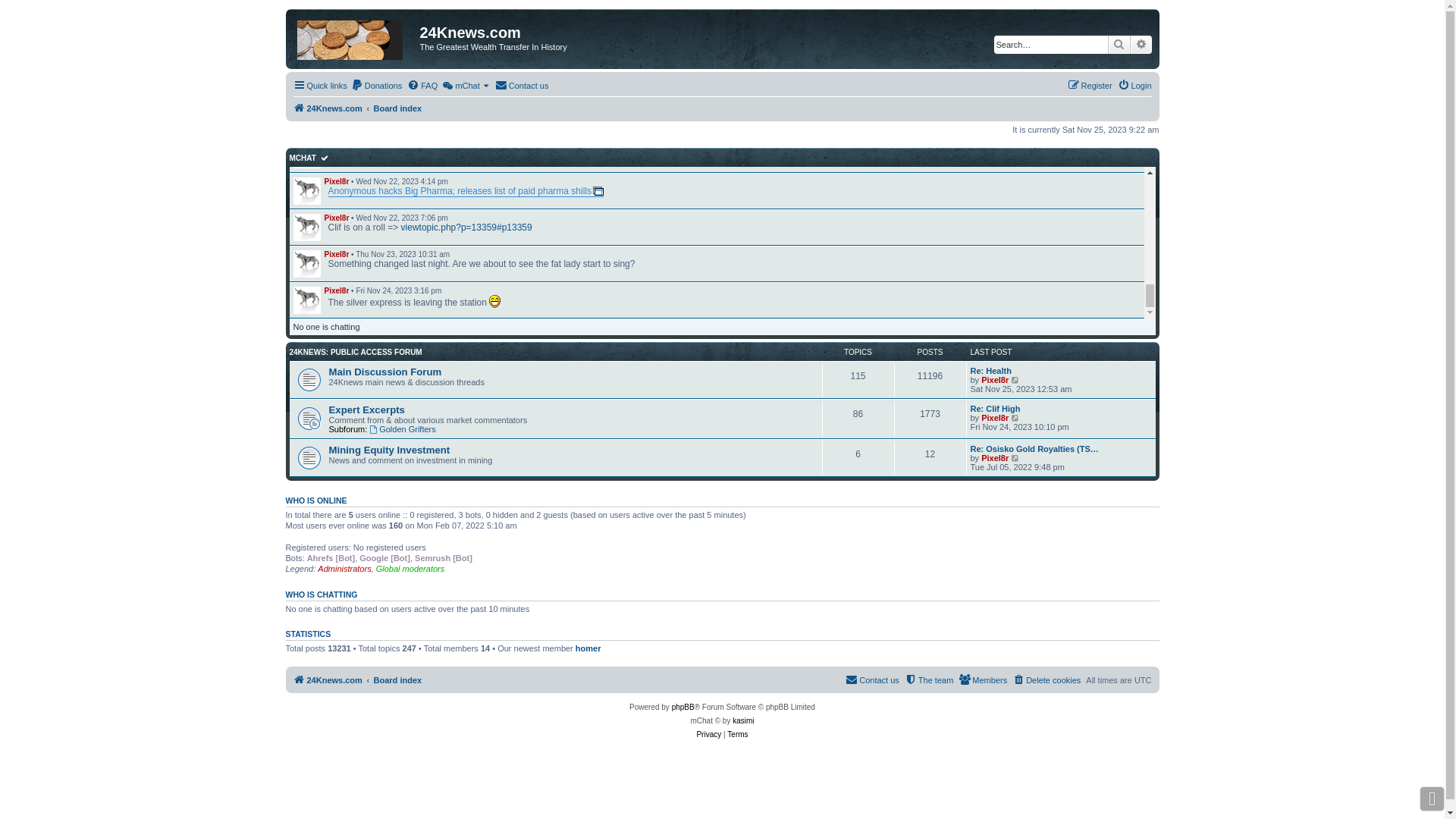  I want to click on 'View the latest post', so click(1015, 379).